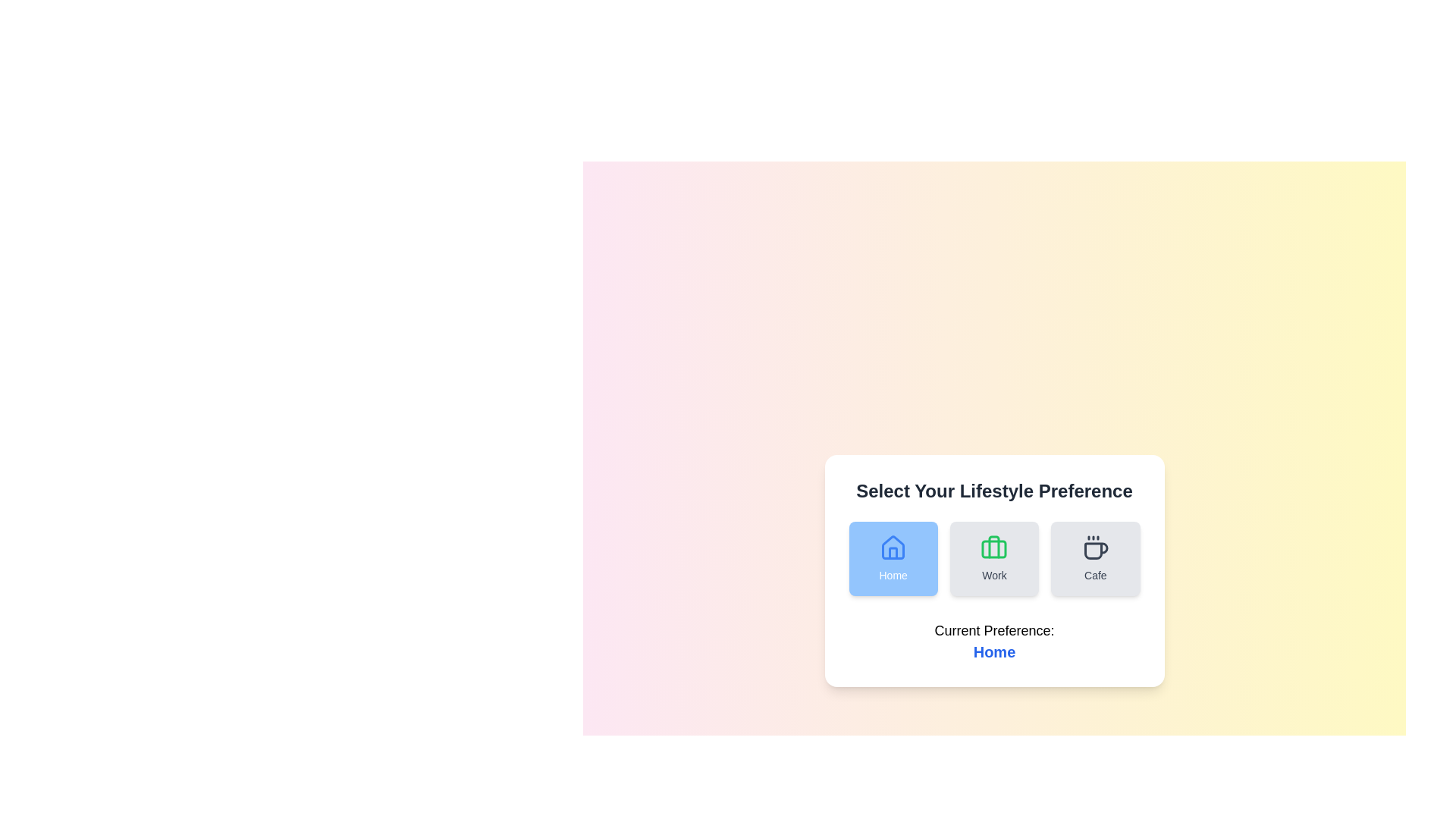  I want to click on the 'Home' lifestyle preference button, which is the leftmost option in a horizontal list of three buttons under the title 'Select Your Lifestyle Preference', so click(893, 558).